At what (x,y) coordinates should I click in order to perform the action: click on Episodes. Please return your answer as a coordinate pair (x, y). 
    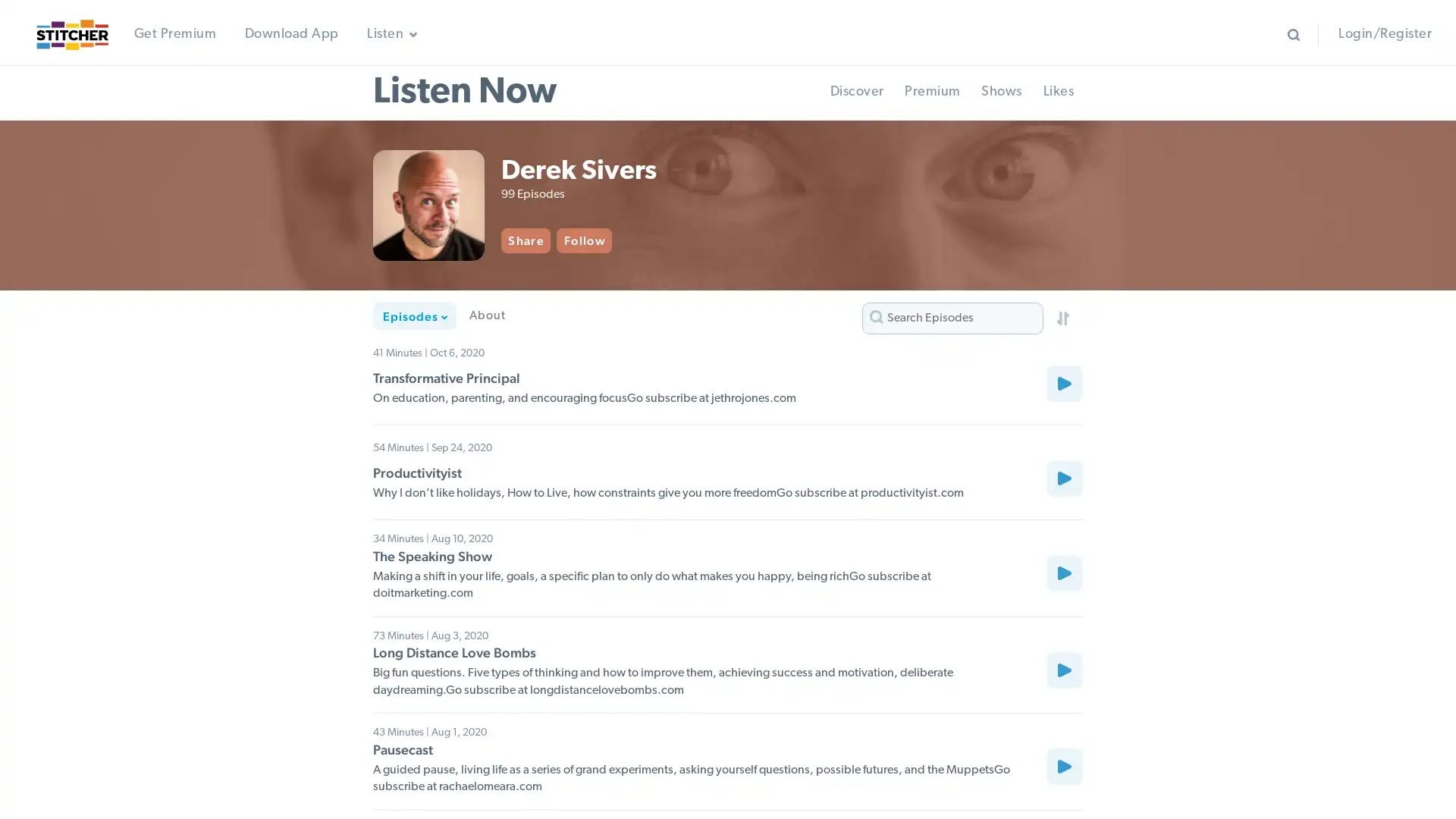
    Looking at the image, I should click on (415, 315).